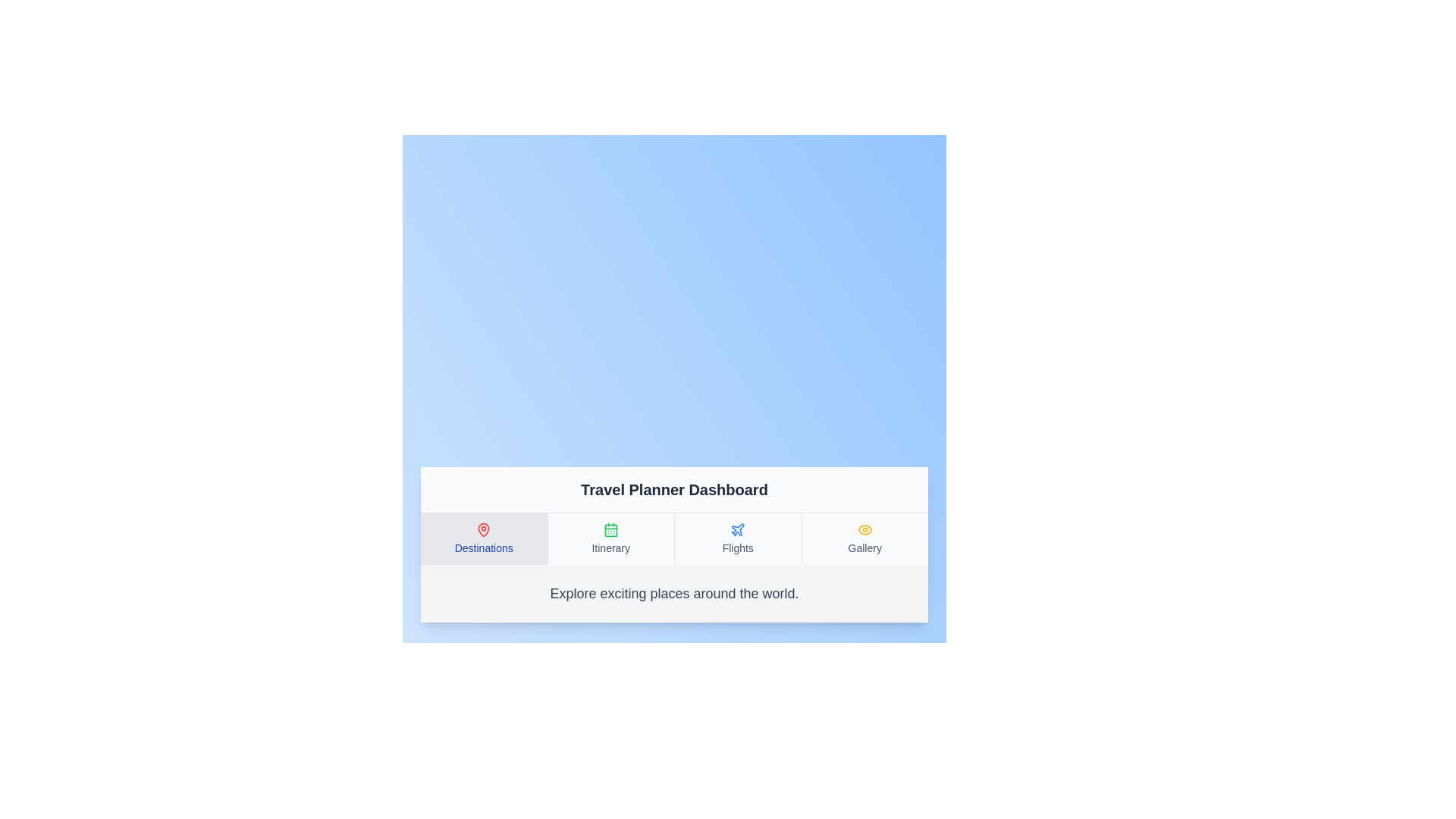 The width and height of the screenshot is (1456, 819). I want to click on the 'Flights' navigation link, which is the third item from the left, featuring a blue outlined plane icon above the text 'Flights', so click(738, 538).